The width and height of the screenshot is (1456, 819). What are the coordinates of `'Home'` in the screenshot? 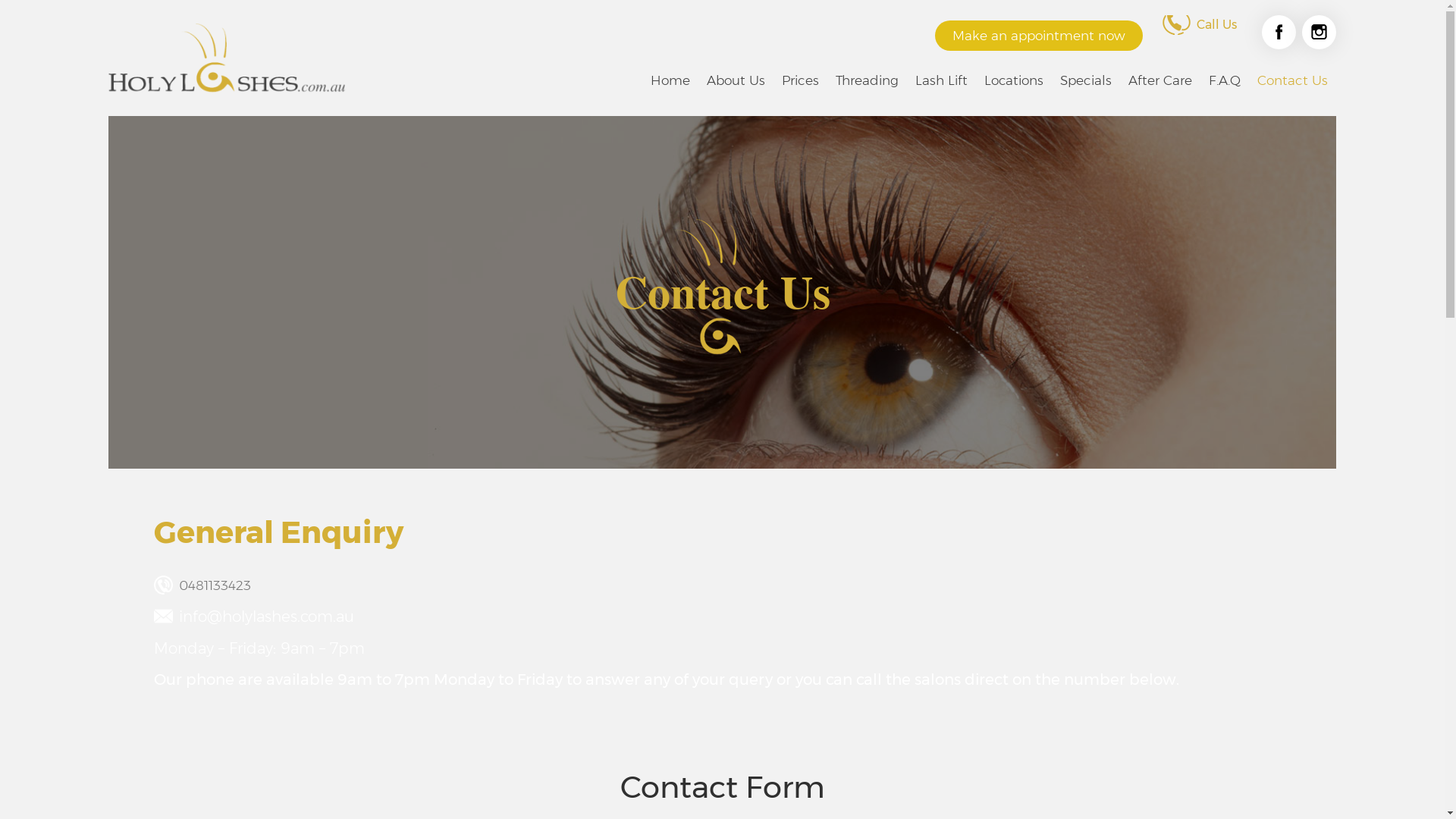 It's located at (669, 80).